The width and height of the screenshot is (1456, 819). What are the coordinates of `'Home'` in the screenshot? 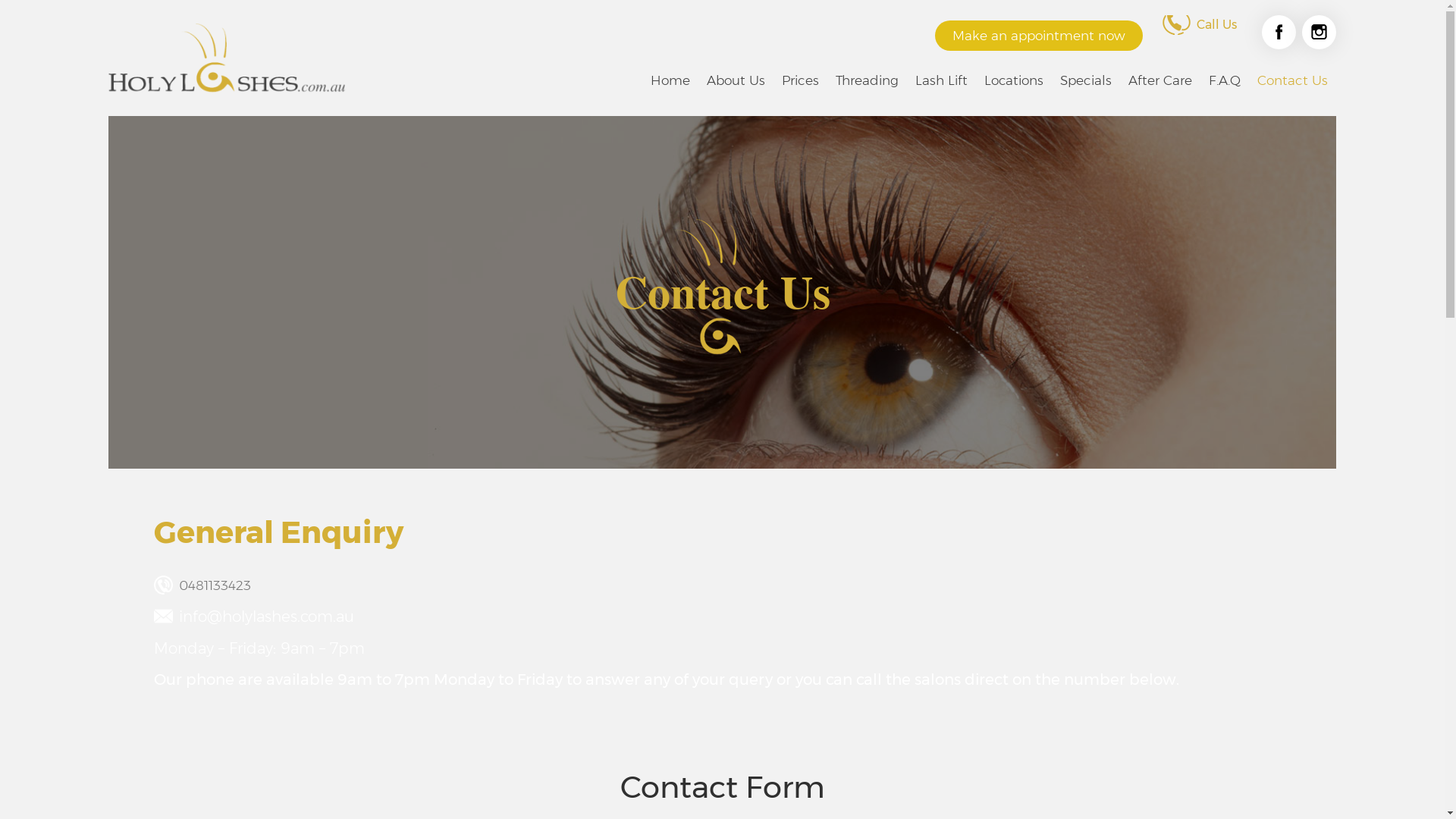 It's located at (669, 80).